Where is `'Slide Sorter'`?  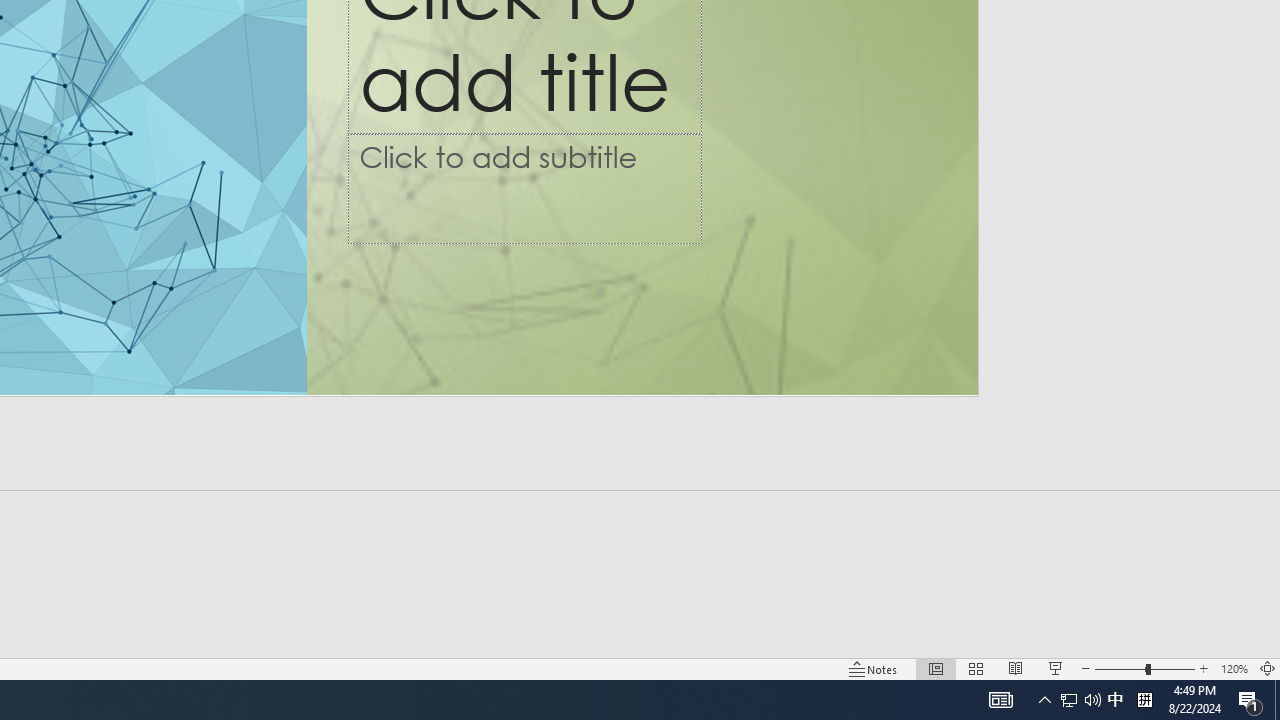
'Slide Sorter' is located at coordinates (976, 669).